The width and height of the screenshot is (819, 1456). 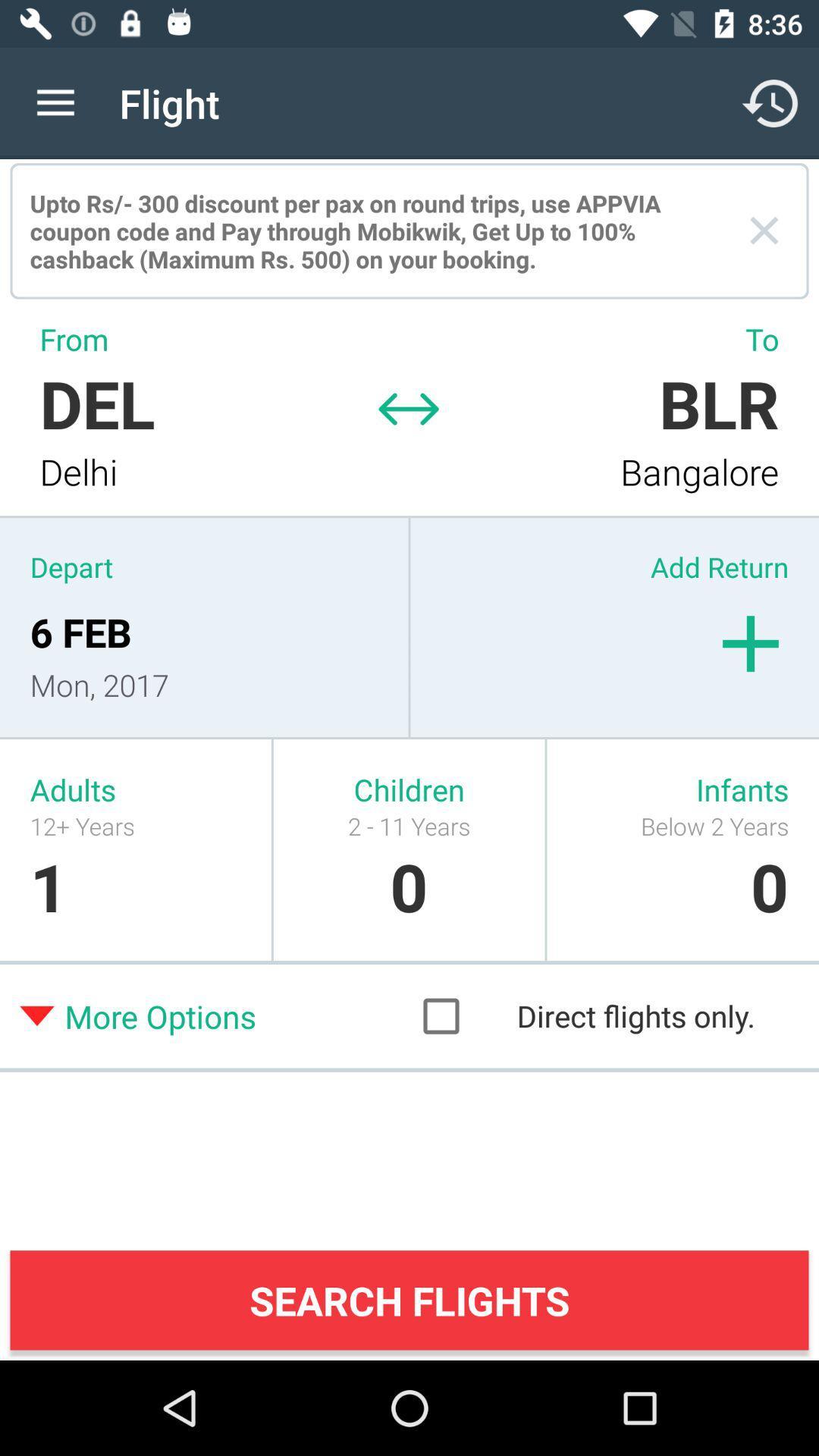 I want to click on the icon next to the upto rs 300, so click(x=764, y=230).